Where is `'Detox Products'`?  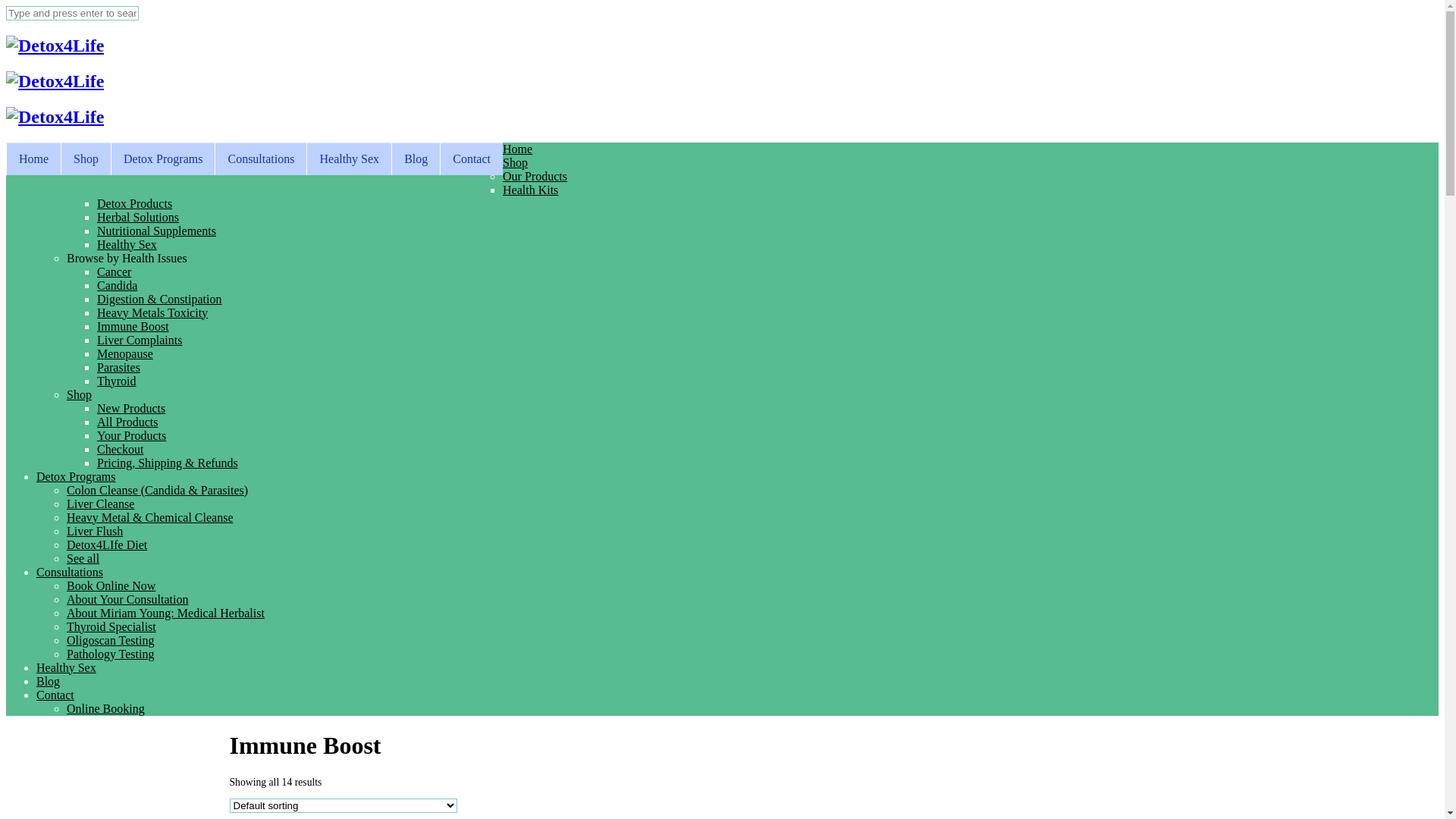
'Detox Products' is located at coordinates (96, 202).